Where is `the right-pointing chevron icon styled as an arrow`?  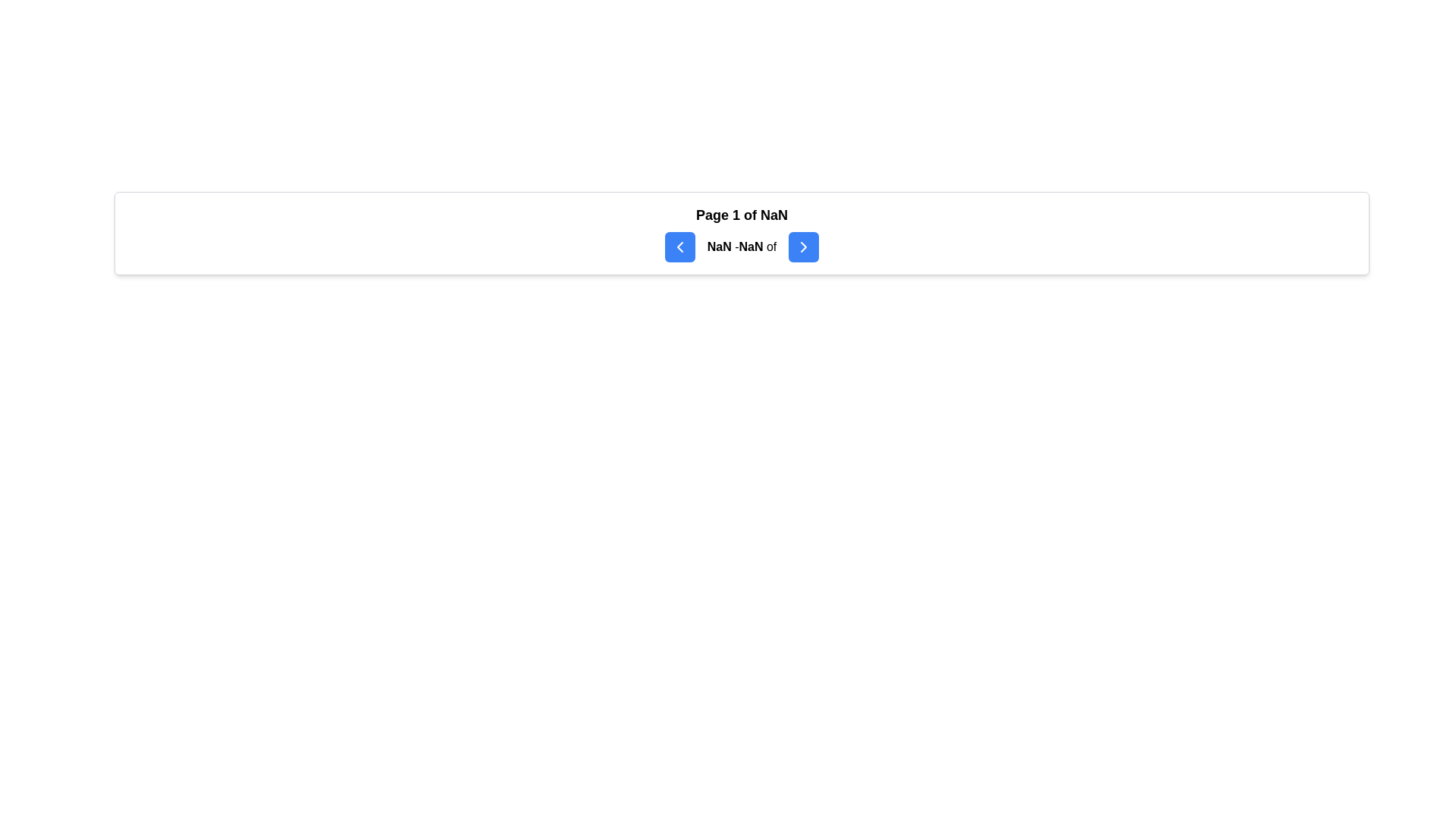
the right-pointing chevron icon styled as an arrow is located at coordinates (803, 246).